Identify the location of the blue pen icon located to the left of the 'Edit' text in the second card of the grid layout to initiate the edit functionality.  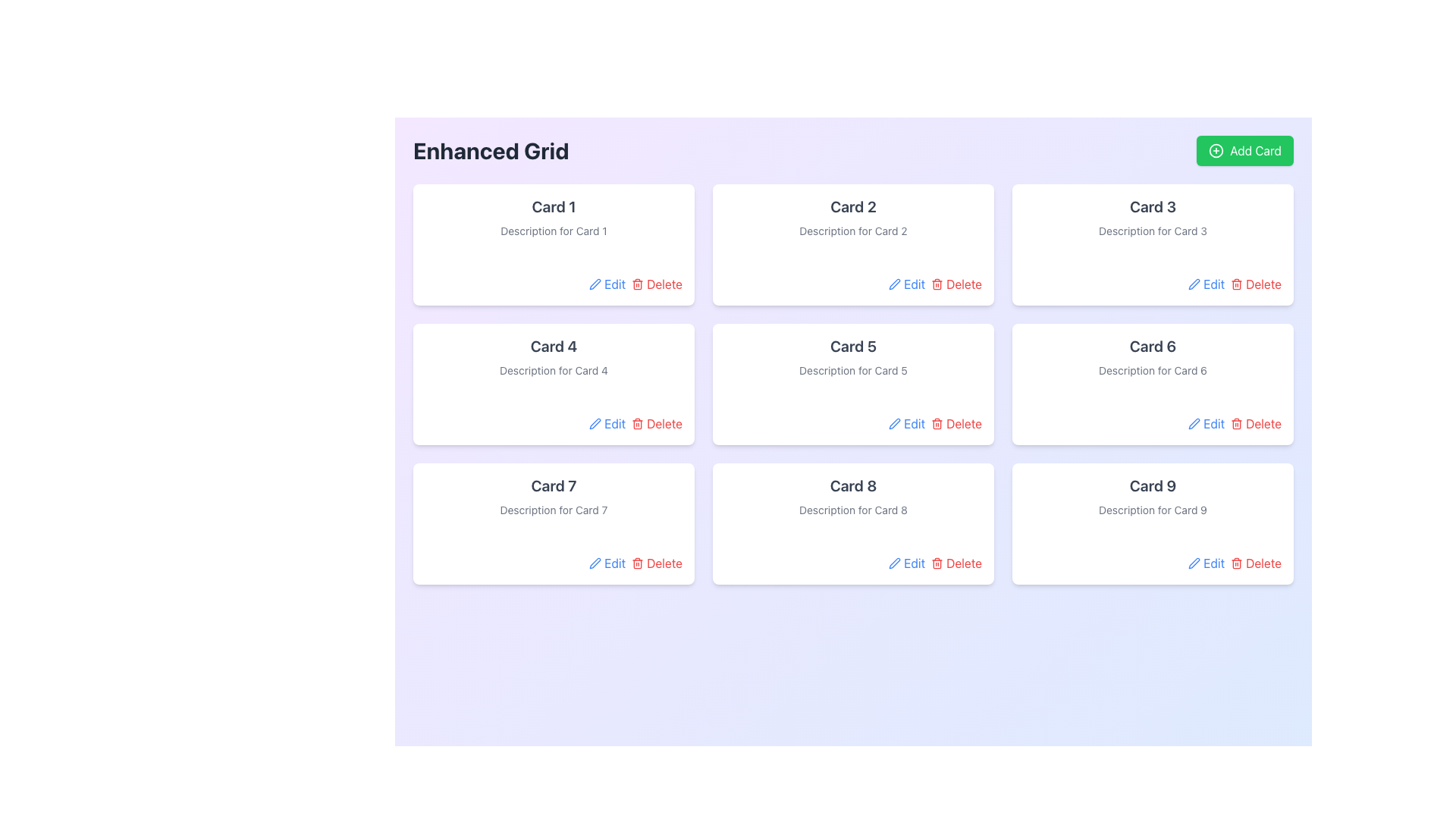
(895, 284).